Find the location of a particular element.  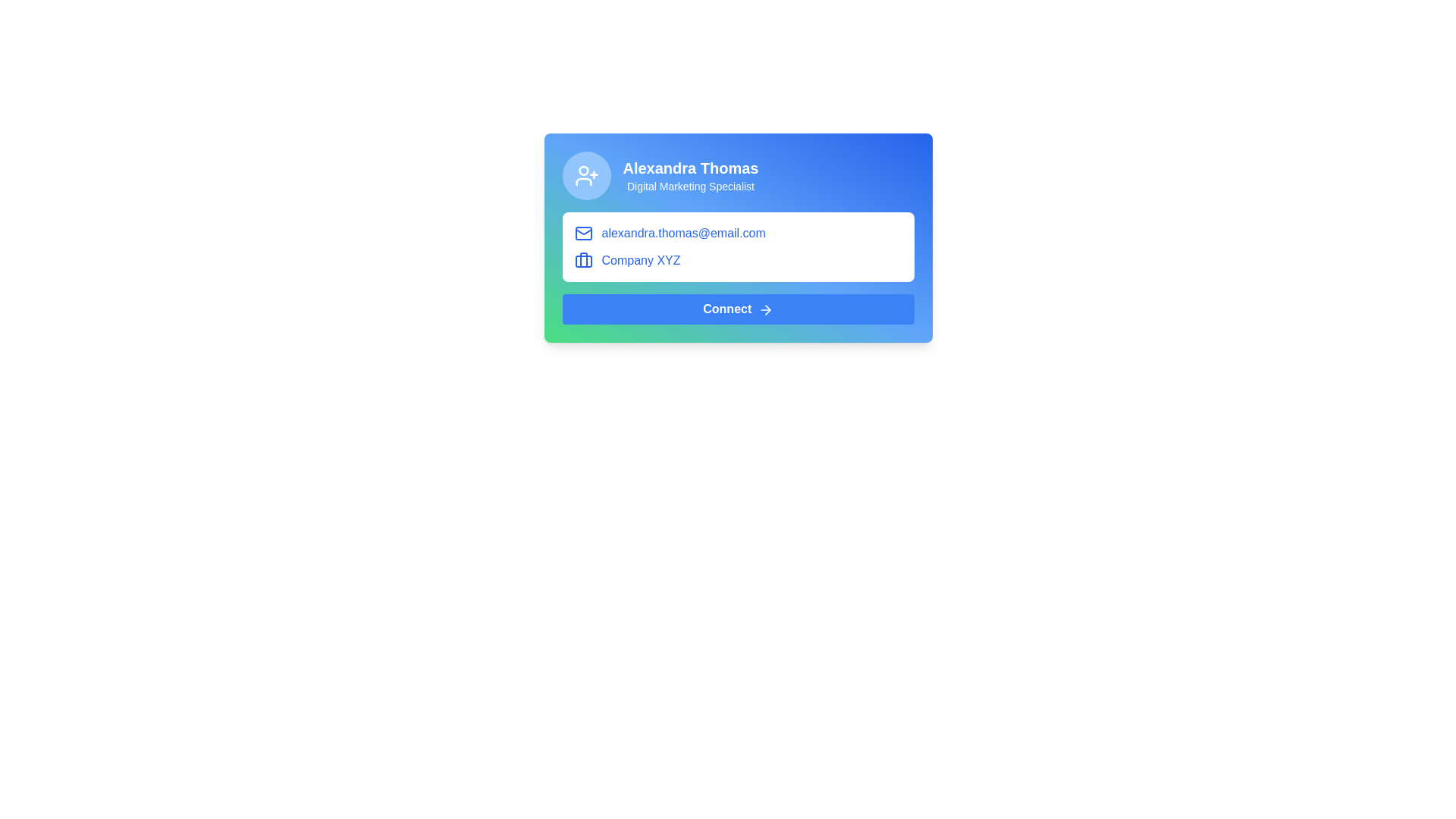

the envelope icon representing email, which is styled in blue and located to the left of the email address 'alexandra.thomas@email.com.' is located at coordinates (582, 234).